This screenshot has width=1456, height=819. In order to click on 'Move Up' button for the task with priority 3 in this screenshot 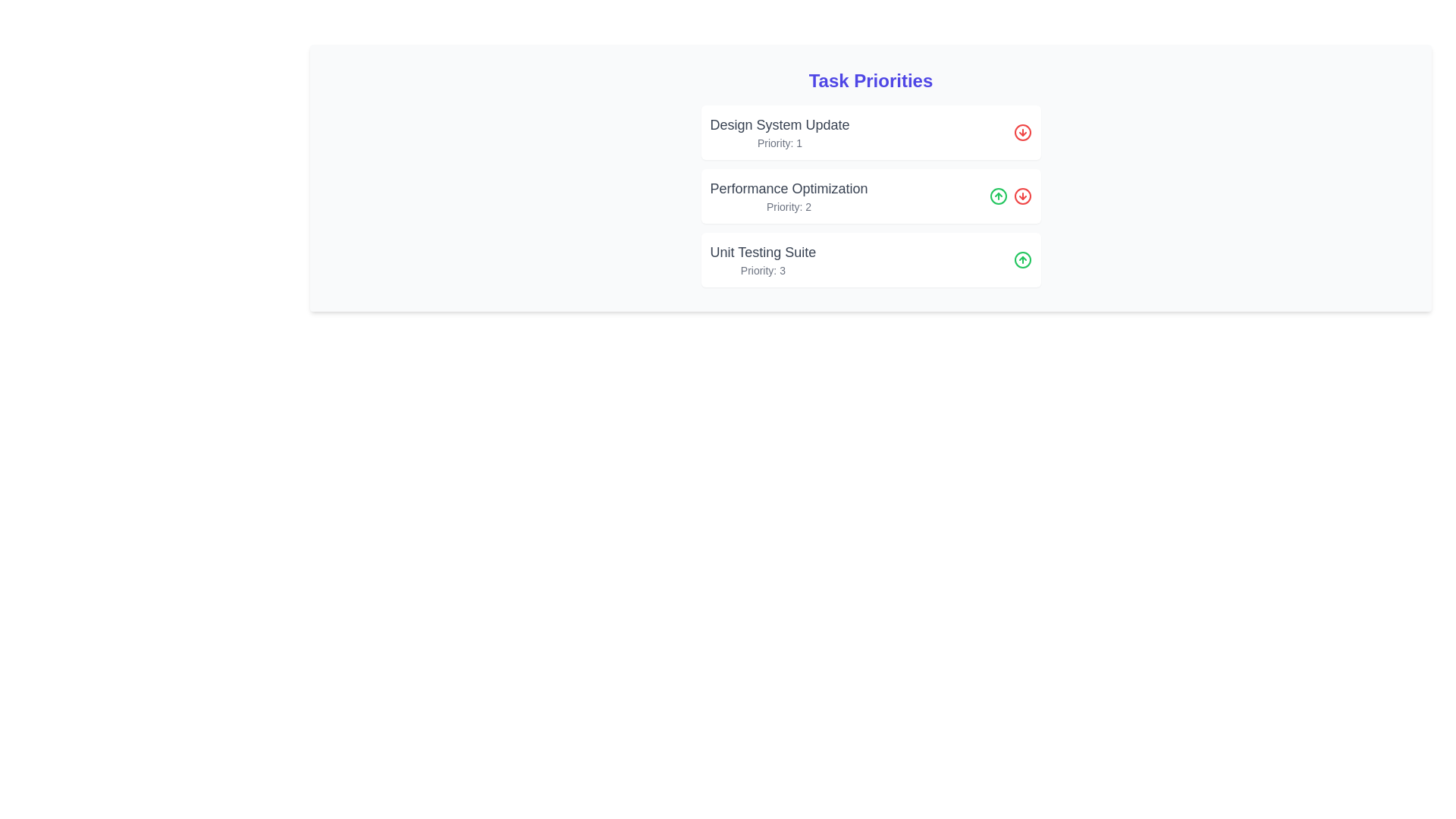, I will do `click(1022, 259)`.